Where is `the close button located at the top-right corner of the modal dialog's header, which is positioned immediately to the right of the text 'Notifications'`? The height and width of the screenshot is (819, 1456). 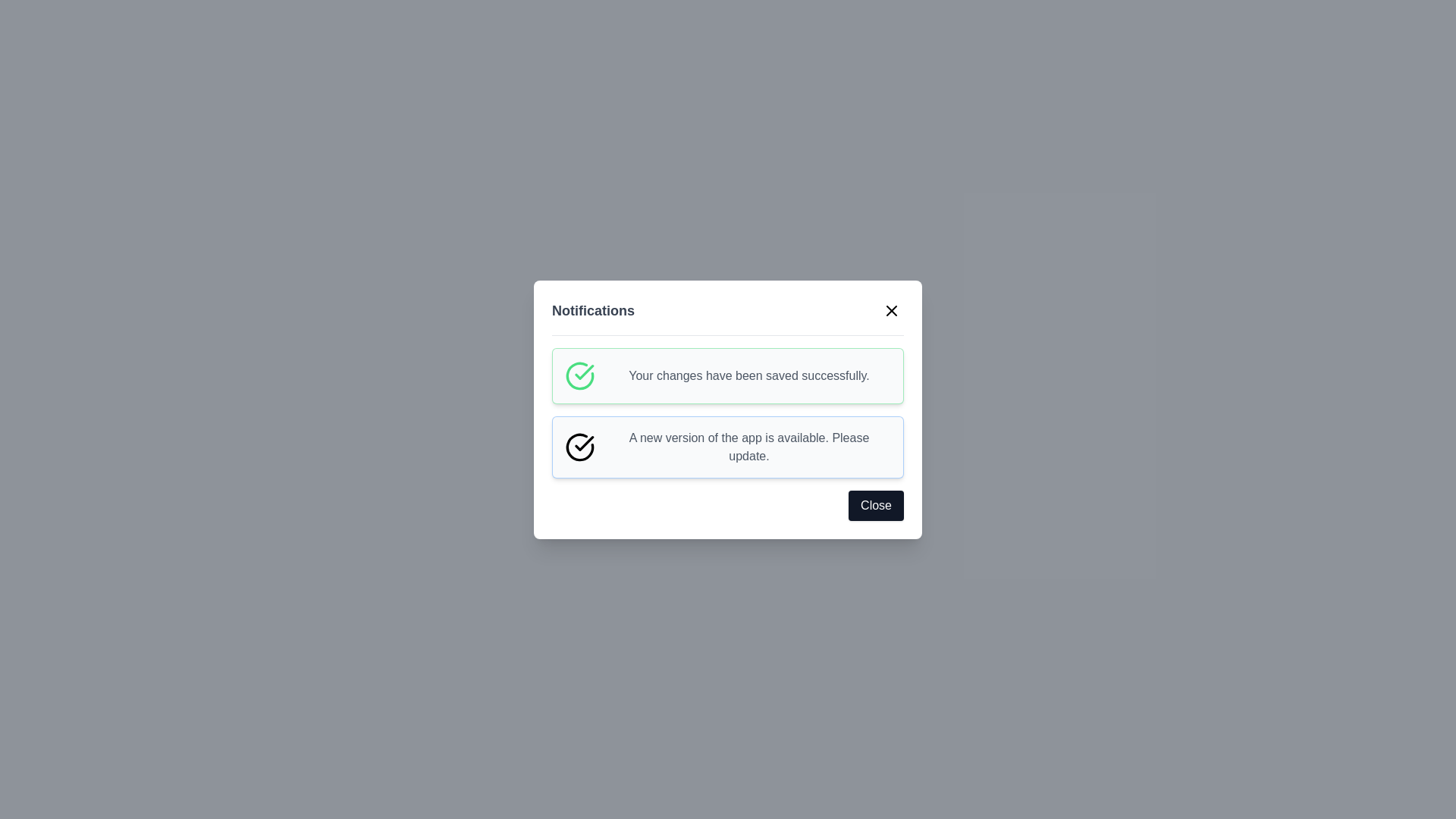 the close button located at the top-right corner of the modal dialog's header, which is positioned immediately to the right of the text 'Notifications' is located at coordinates (892, 309).